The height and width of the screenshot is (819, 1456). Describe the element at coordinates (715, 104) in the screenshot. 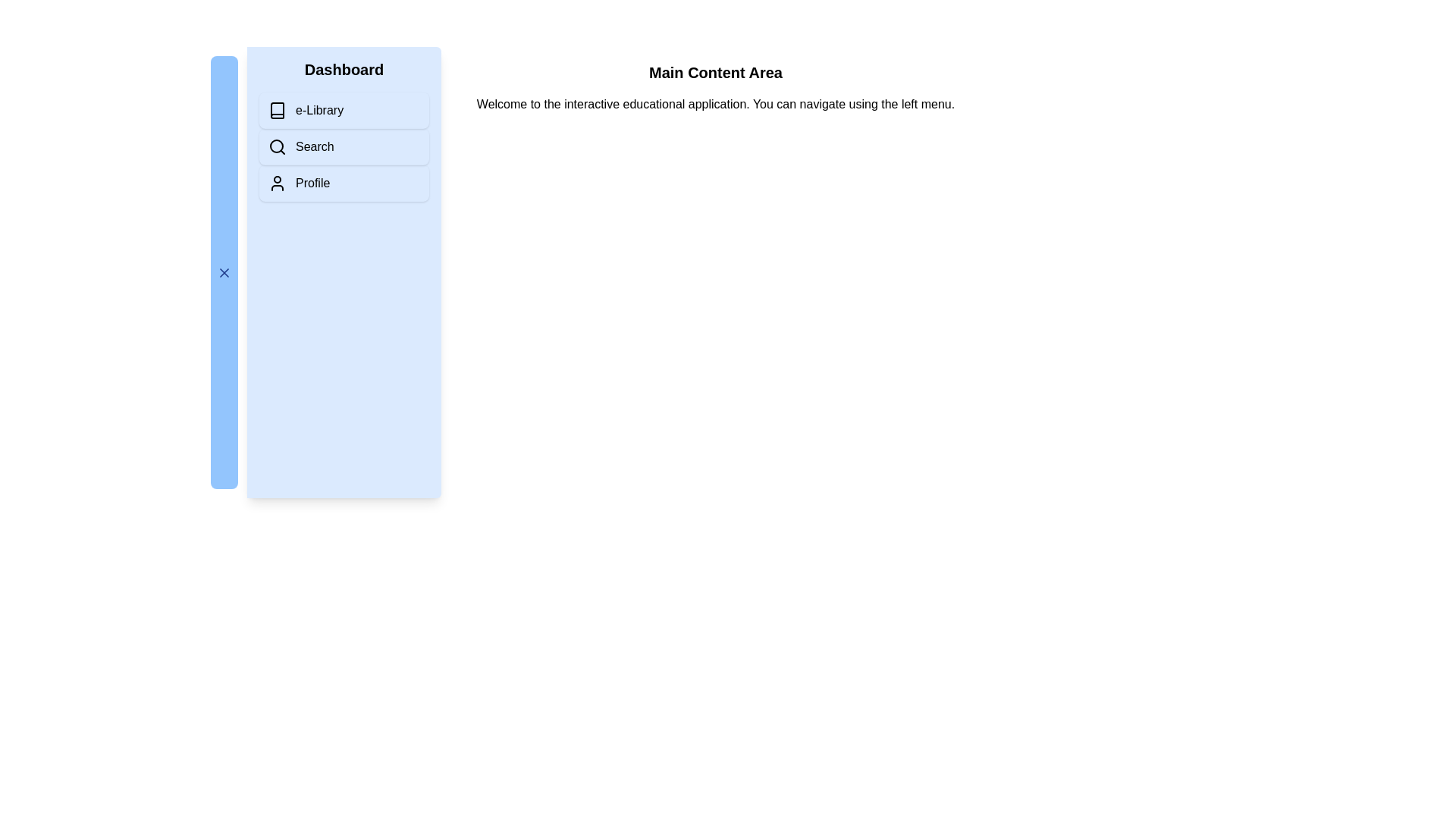

I see `the static text displaying the message: 'Welcome to the interactive educational application. You can navigate using the left menu.' located beneath the heading 'Main Content Area'` at that location.